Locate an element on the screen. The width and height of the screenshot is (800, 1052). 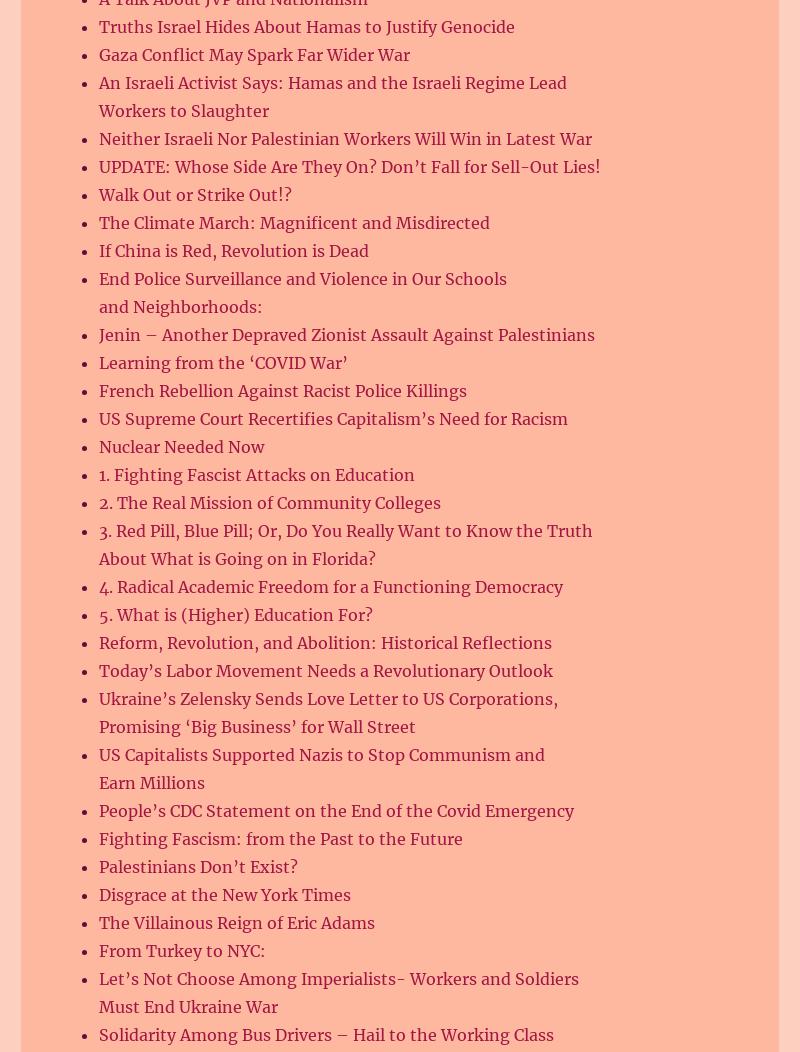
'If China is Red, Revolution is Dead' is located at coordinates (233, 250).